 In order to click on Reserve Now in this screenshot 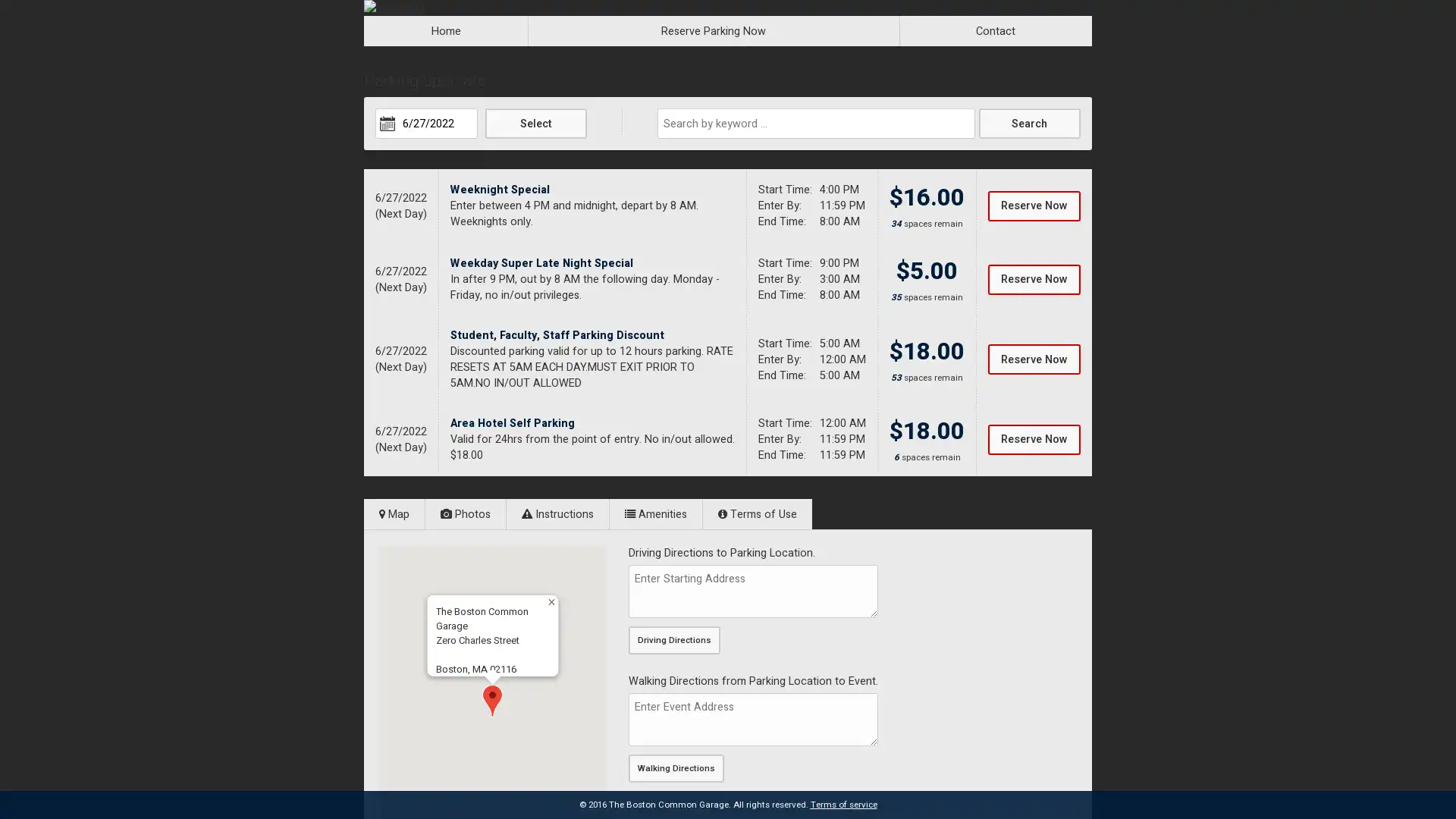, I will do `click(1033, 359)`.